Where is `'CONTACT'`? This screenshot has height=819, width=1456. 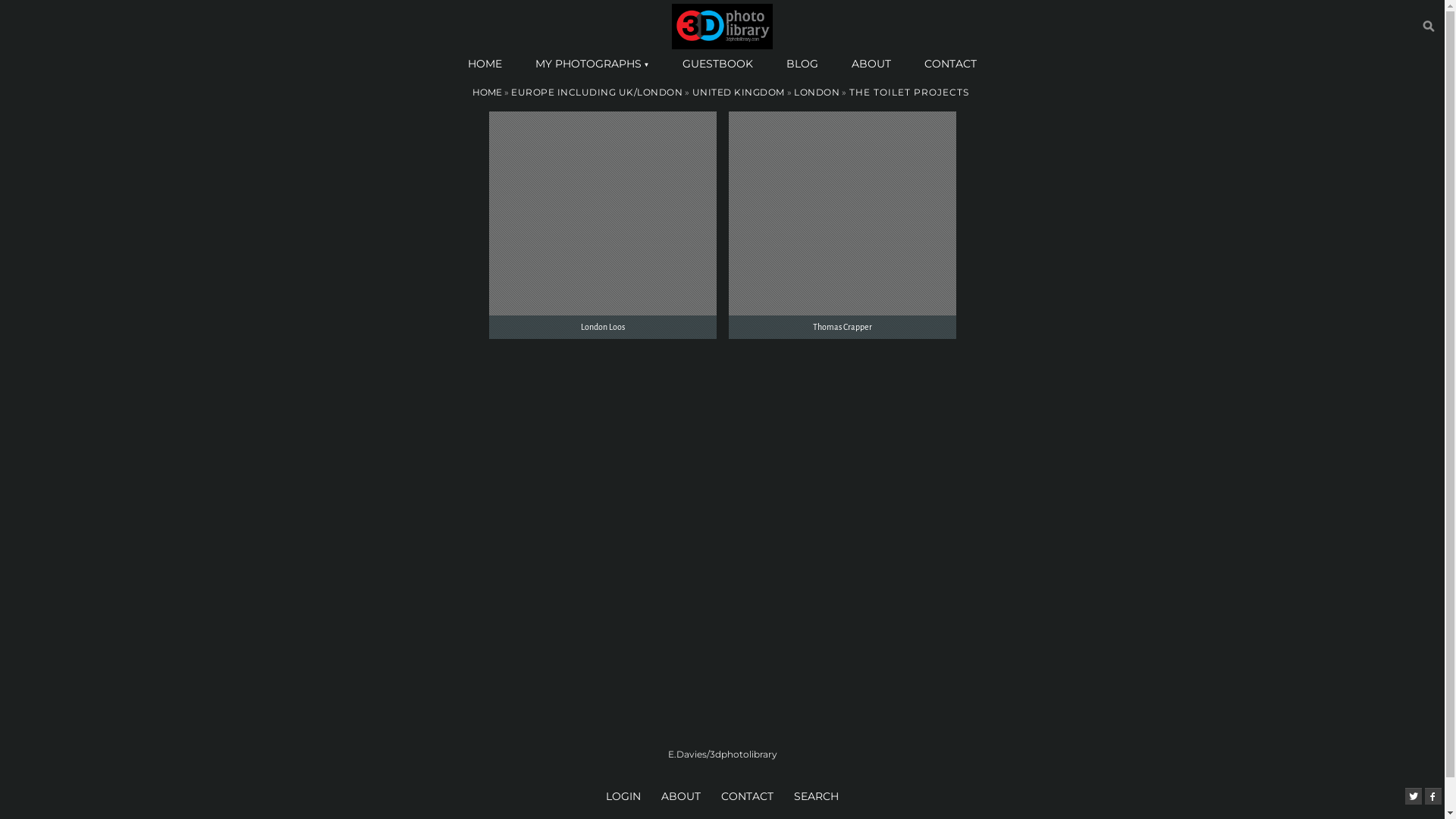
'CONTACT' is located at coordinates (949, 63).